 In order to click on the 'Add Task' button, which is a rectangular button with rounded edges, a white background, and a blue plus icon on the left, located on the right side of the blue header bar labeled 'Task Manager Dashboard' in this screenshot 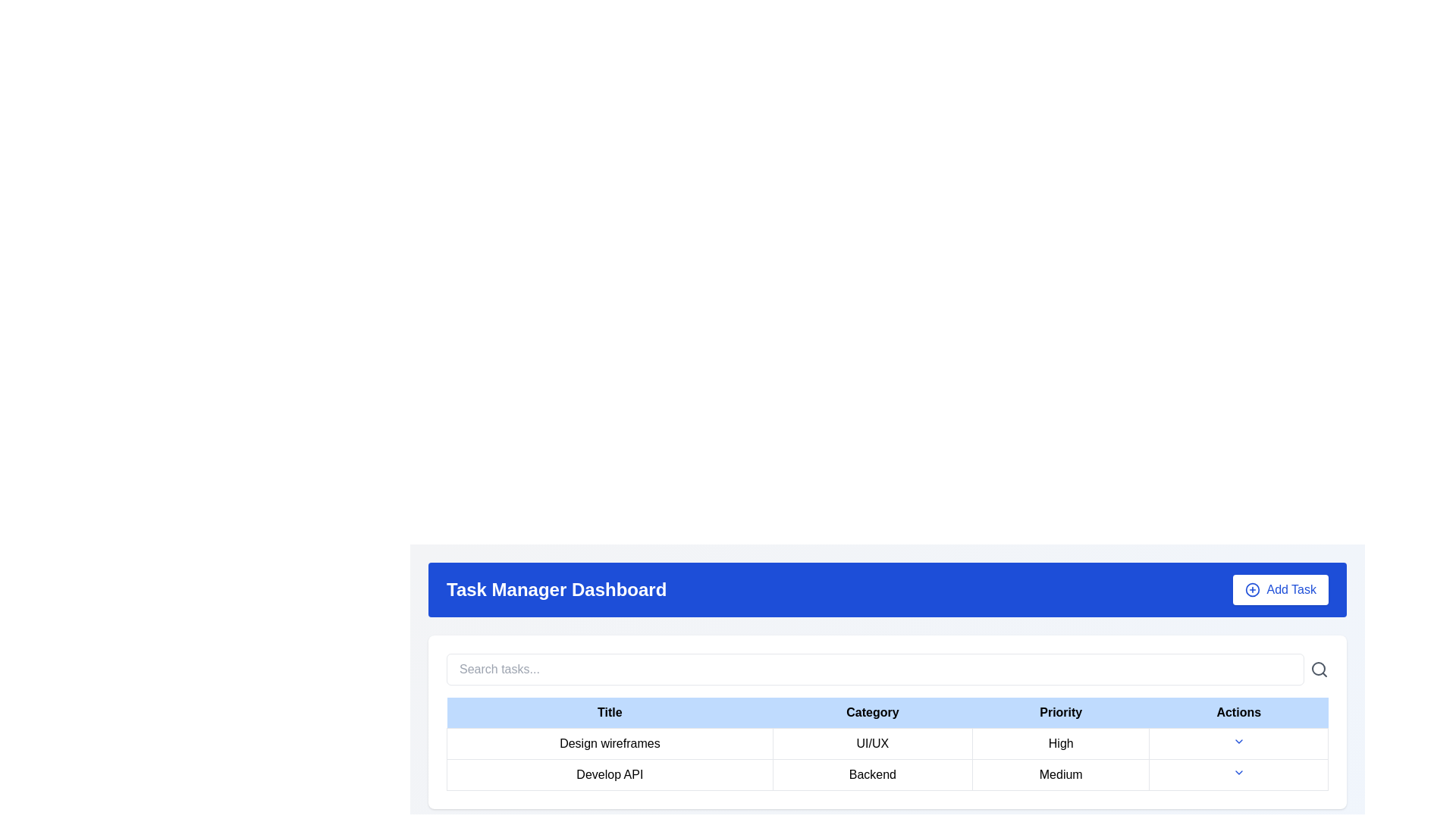, I will do `click(1280, 589)`.